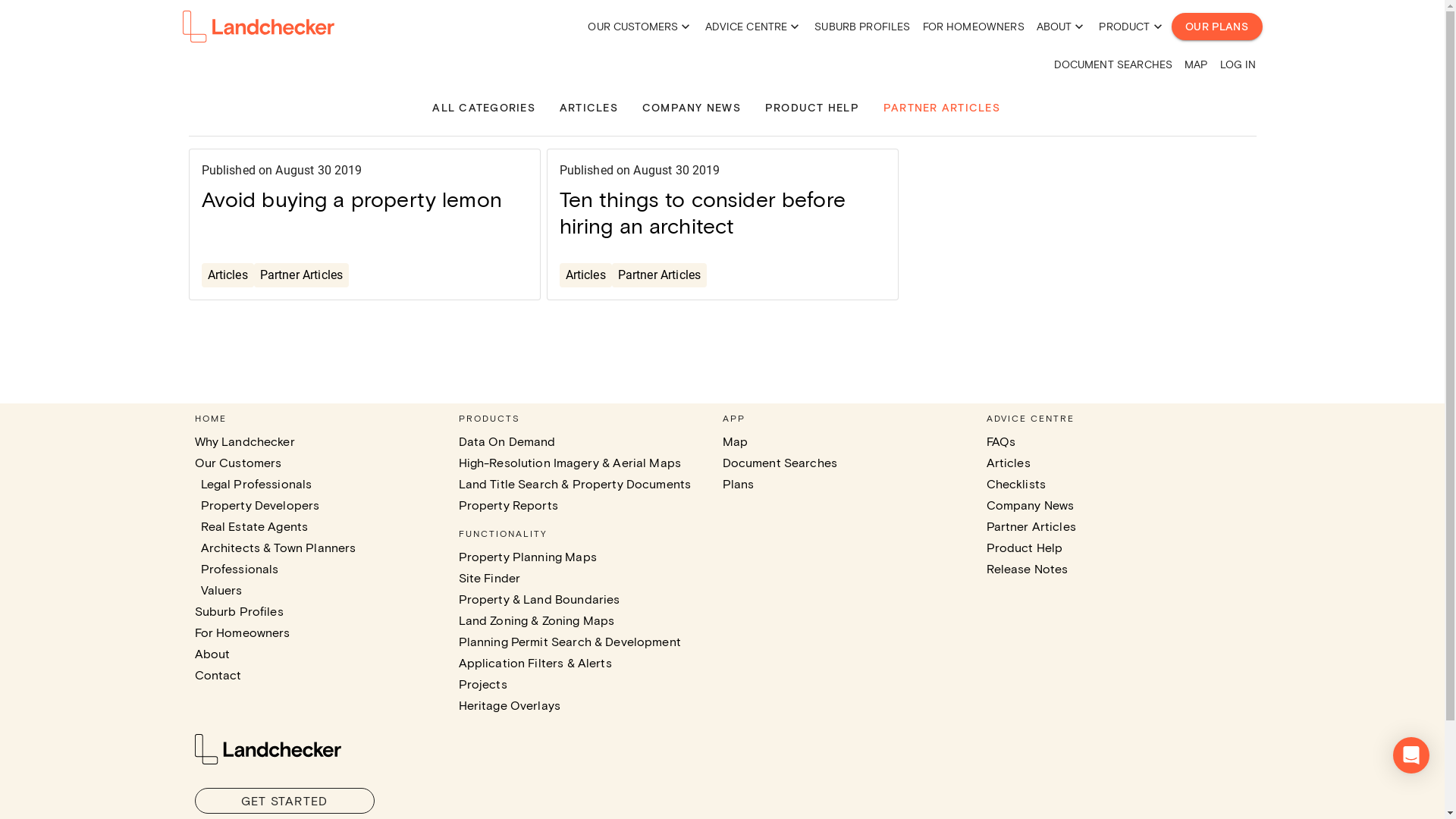 The image size is (1456, 819). I want to click on 'LOG IN', so click(1238, 63).